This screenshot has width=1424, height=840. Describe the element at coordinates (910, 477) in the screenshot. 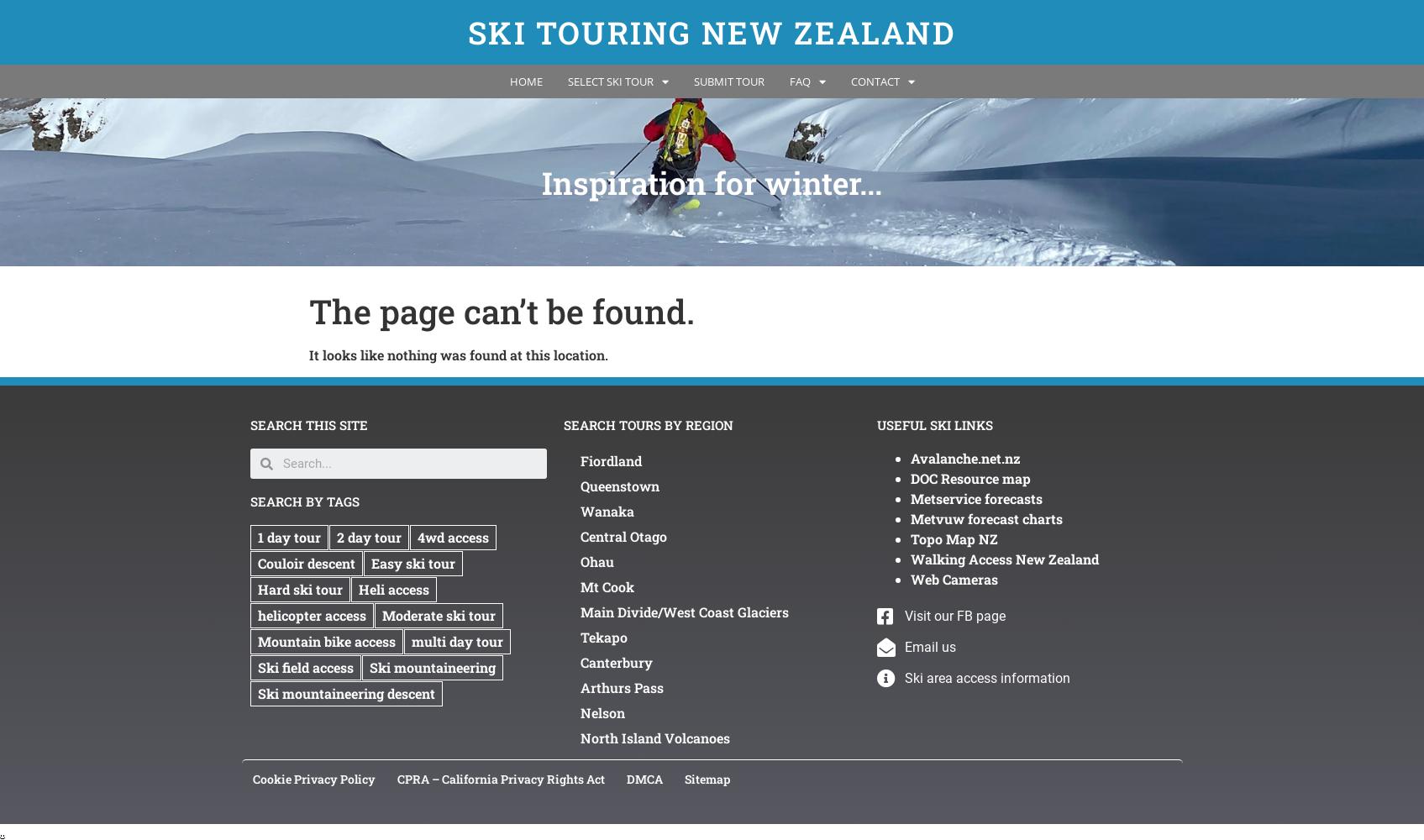

I see `'DOC Resource map'` at that location.